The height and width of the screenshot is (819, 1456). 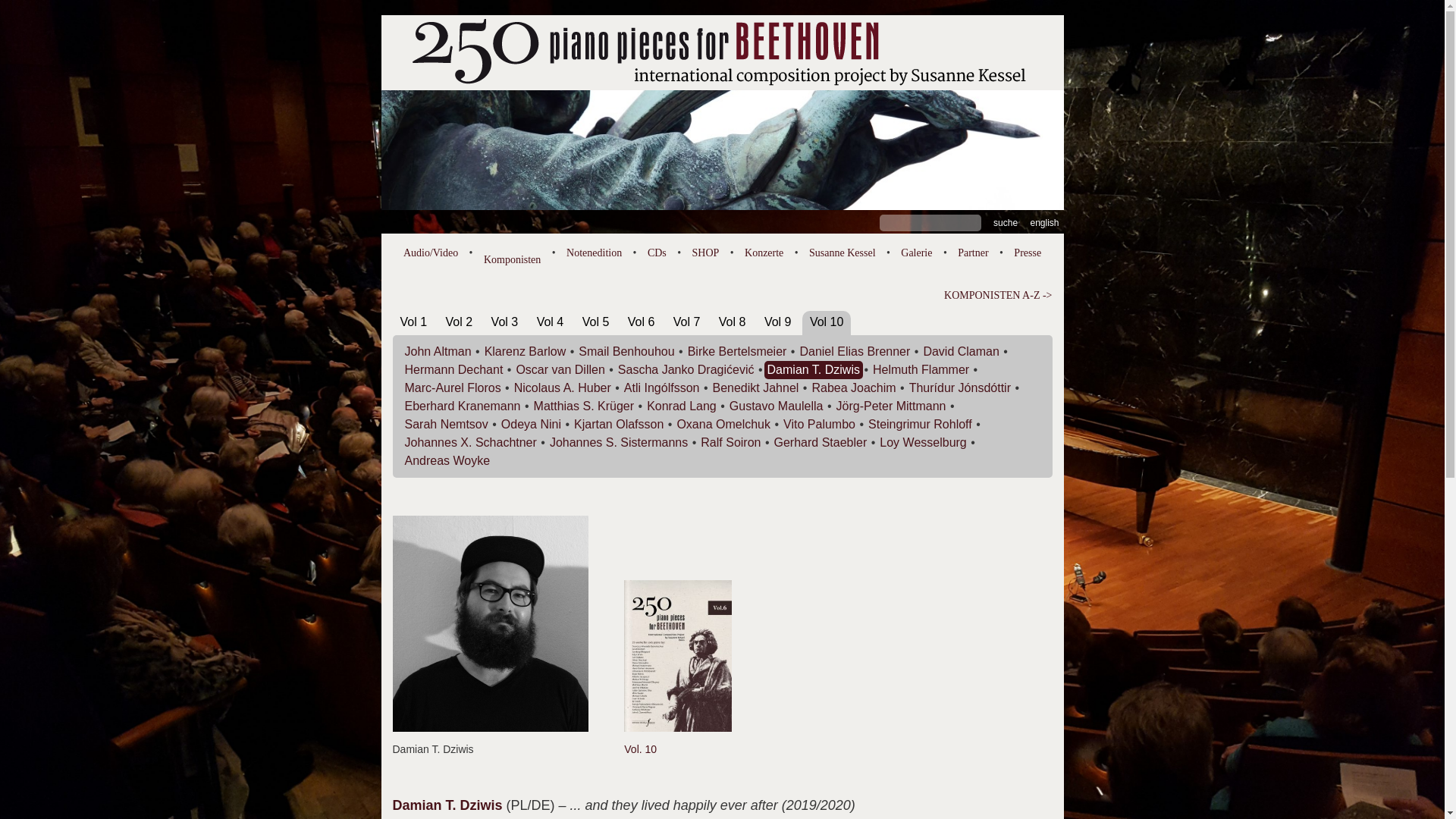 What do you see at coordinates (537, 321) in the screenshot?
I see `'Vol 4'` at bounding box center [537, 321].